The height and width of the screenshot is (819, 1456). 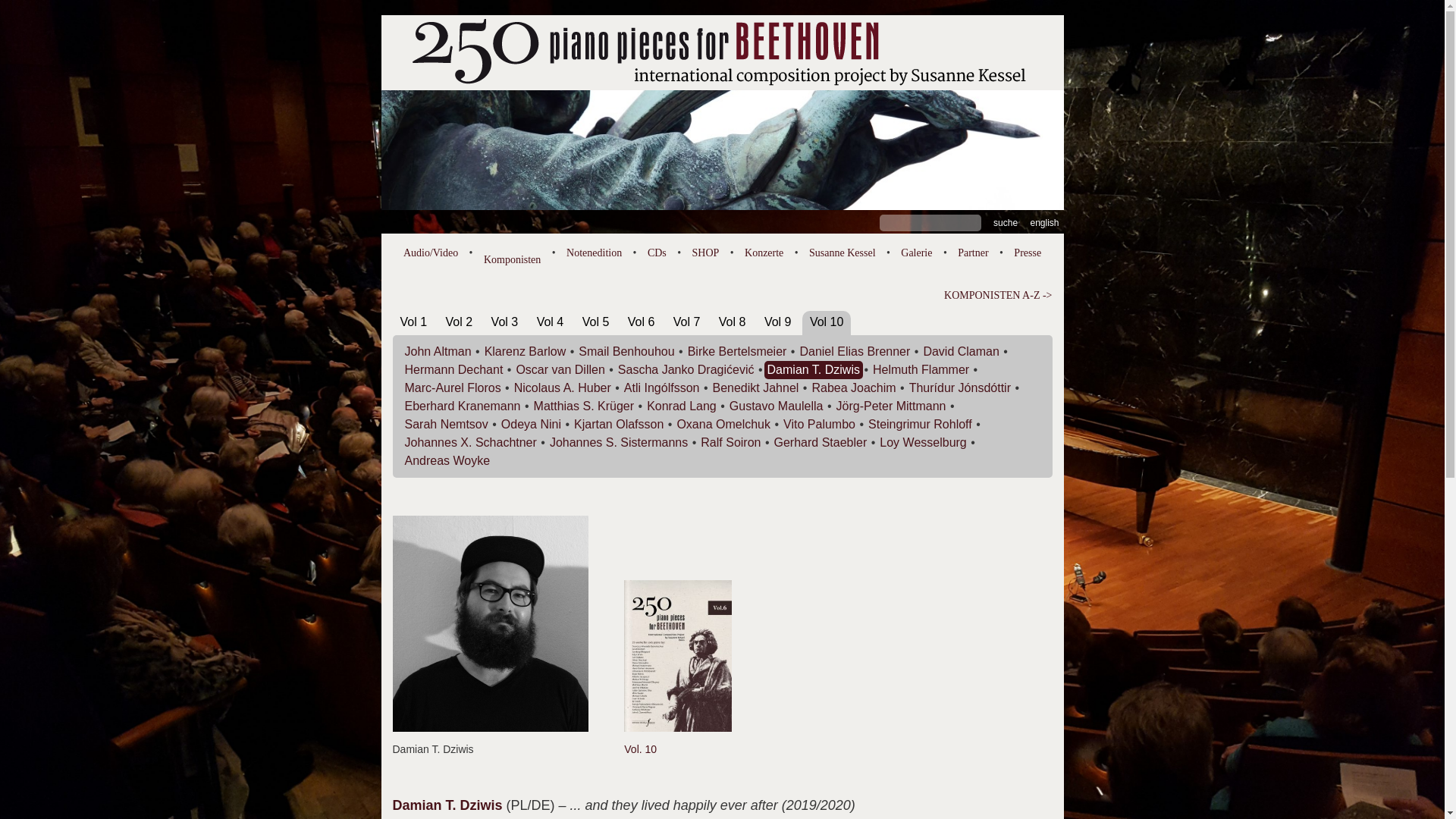 What do you see at coordinates (537, 321) in the screenshot?
I see `'Vol 4'` at bounding box center [537, 321].